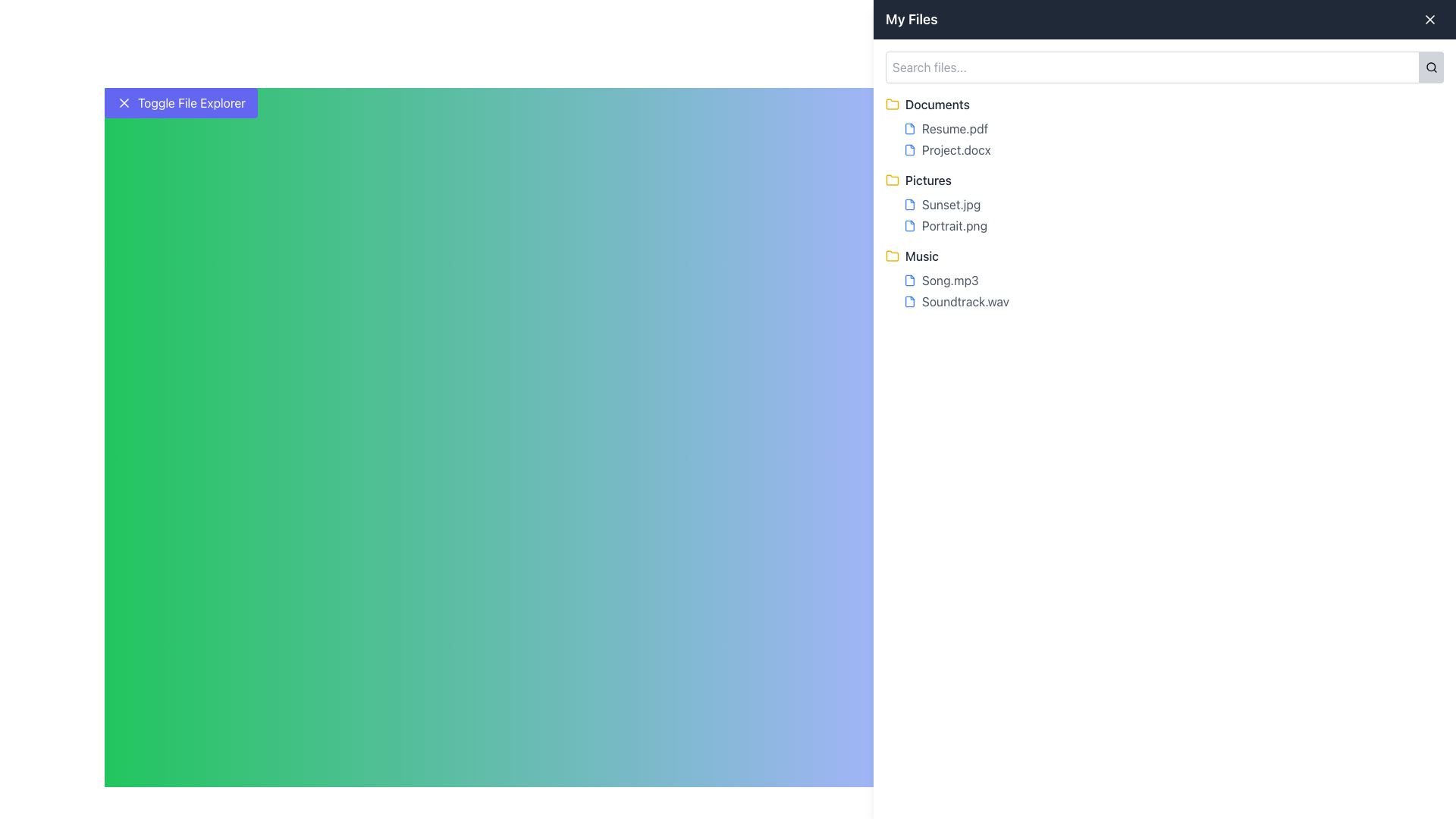 The width and height of the screenshot is (1456, 819). Describe the element at coordinates (892, 256) in the screenshot. I see `the yellow folder icon next to the label 'Music' in the file list` at that location.